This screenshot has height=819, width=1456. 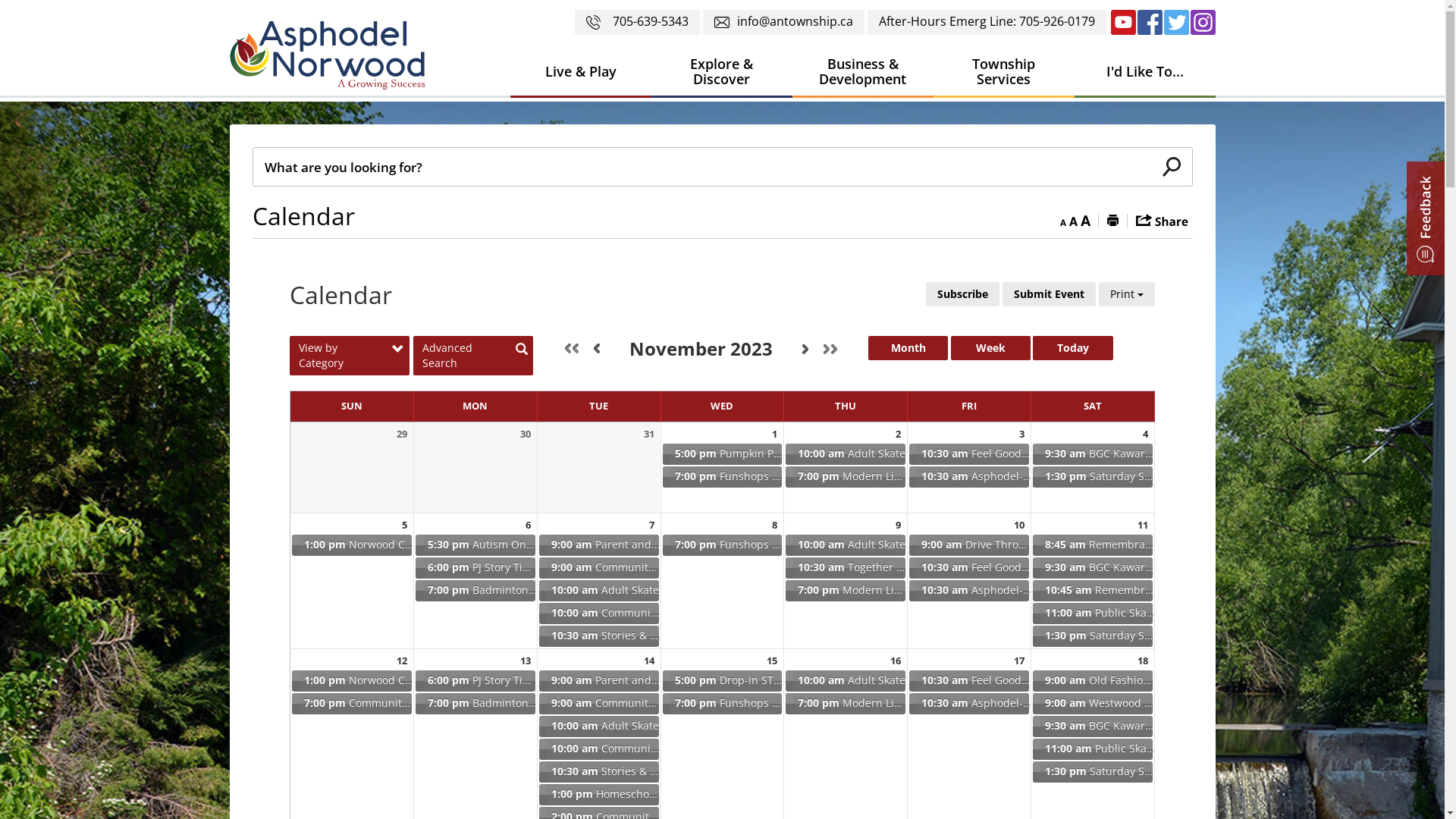 What do you see at coordinates (661, 453) in the screenshot?
I see `'5:00 pm Pumpkin Parade'` at bounding box center [661, 453].